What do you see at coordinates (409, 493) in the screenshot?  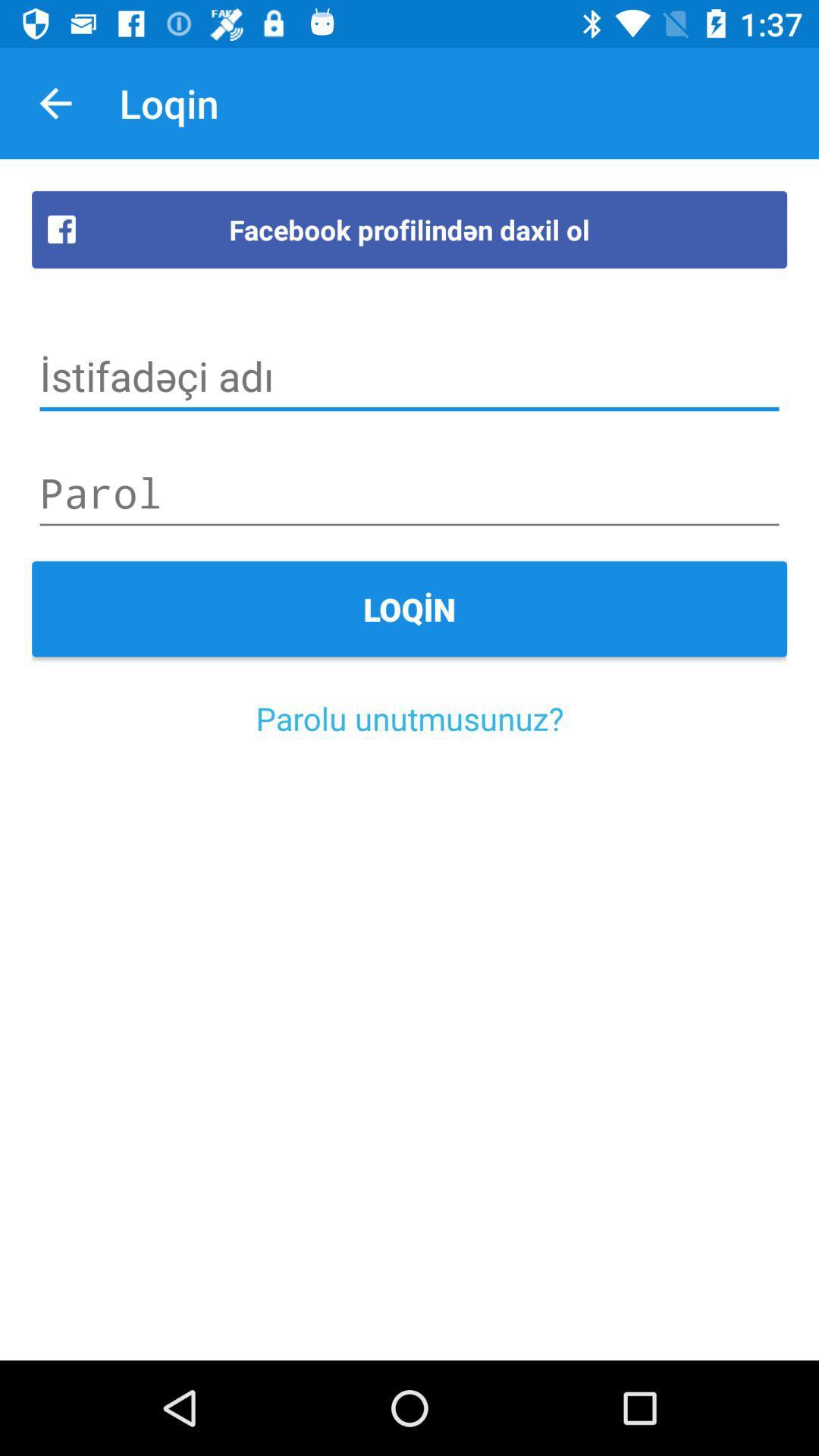 I see `your password` at bounding box center [409, 493].